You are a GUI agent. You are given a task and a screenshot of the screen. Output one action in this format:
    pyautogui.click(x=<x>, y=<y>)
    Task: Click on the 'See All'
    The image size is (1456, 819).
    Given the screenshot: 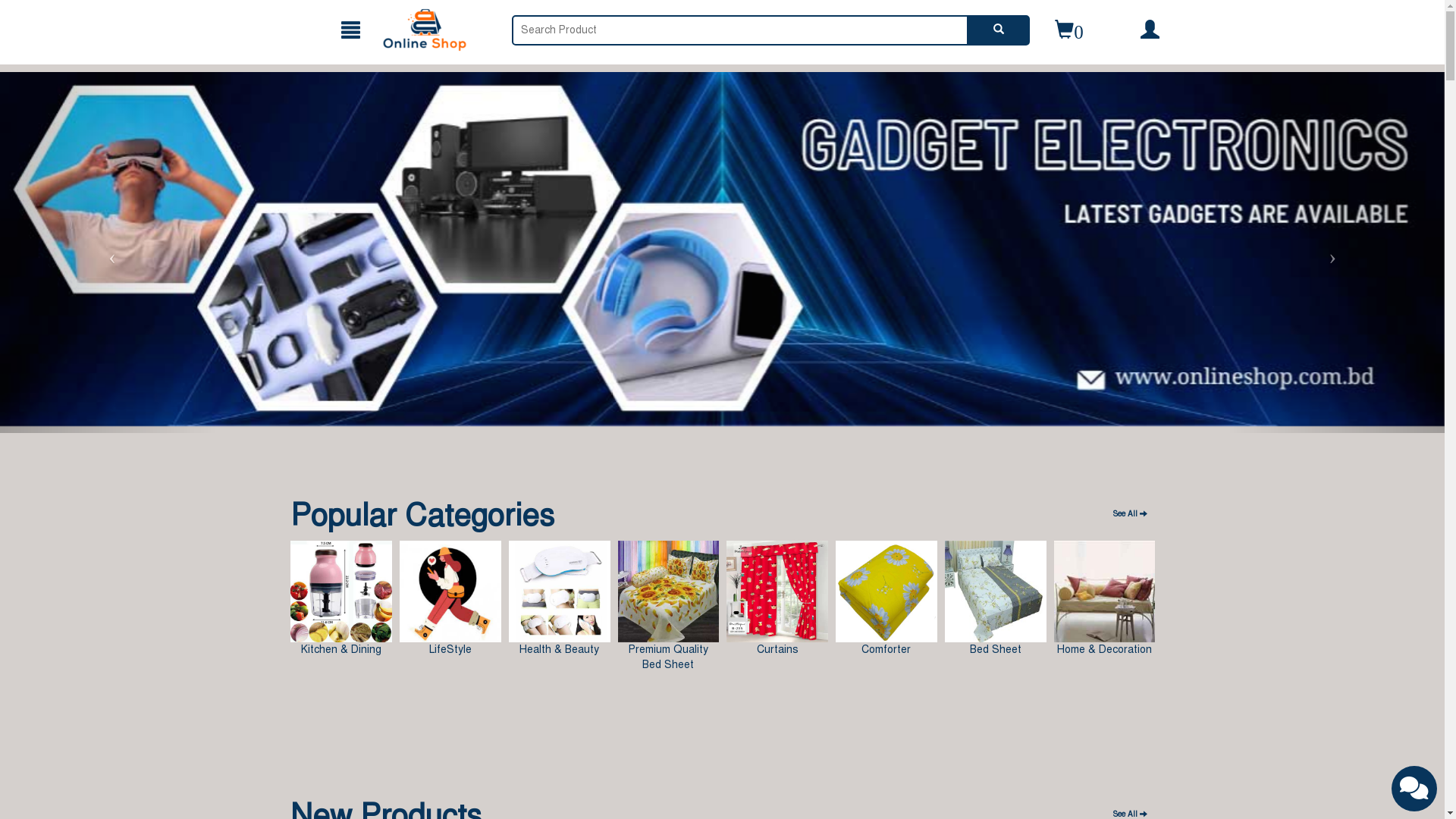 What is the action you would take?
    pyautogui.click(x=1106, y=513)
    